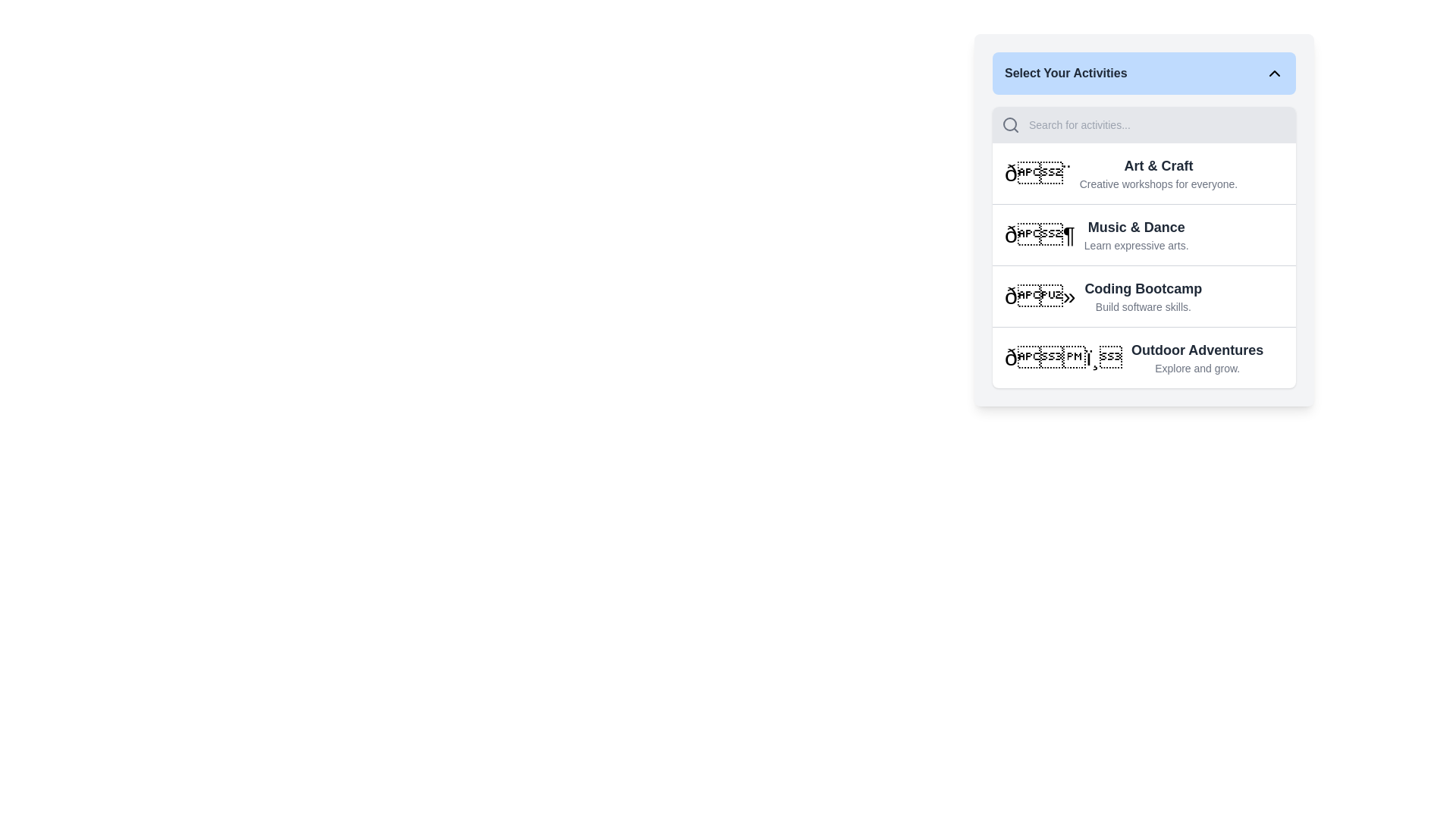  What do you see at coordinates (1062, 357) in the screenshot?
I see `the decorative icon located to the left of 'Outdoor Adventures' in the fourth row of the list to focus on the associated row` at bounding box center [1062, 357].